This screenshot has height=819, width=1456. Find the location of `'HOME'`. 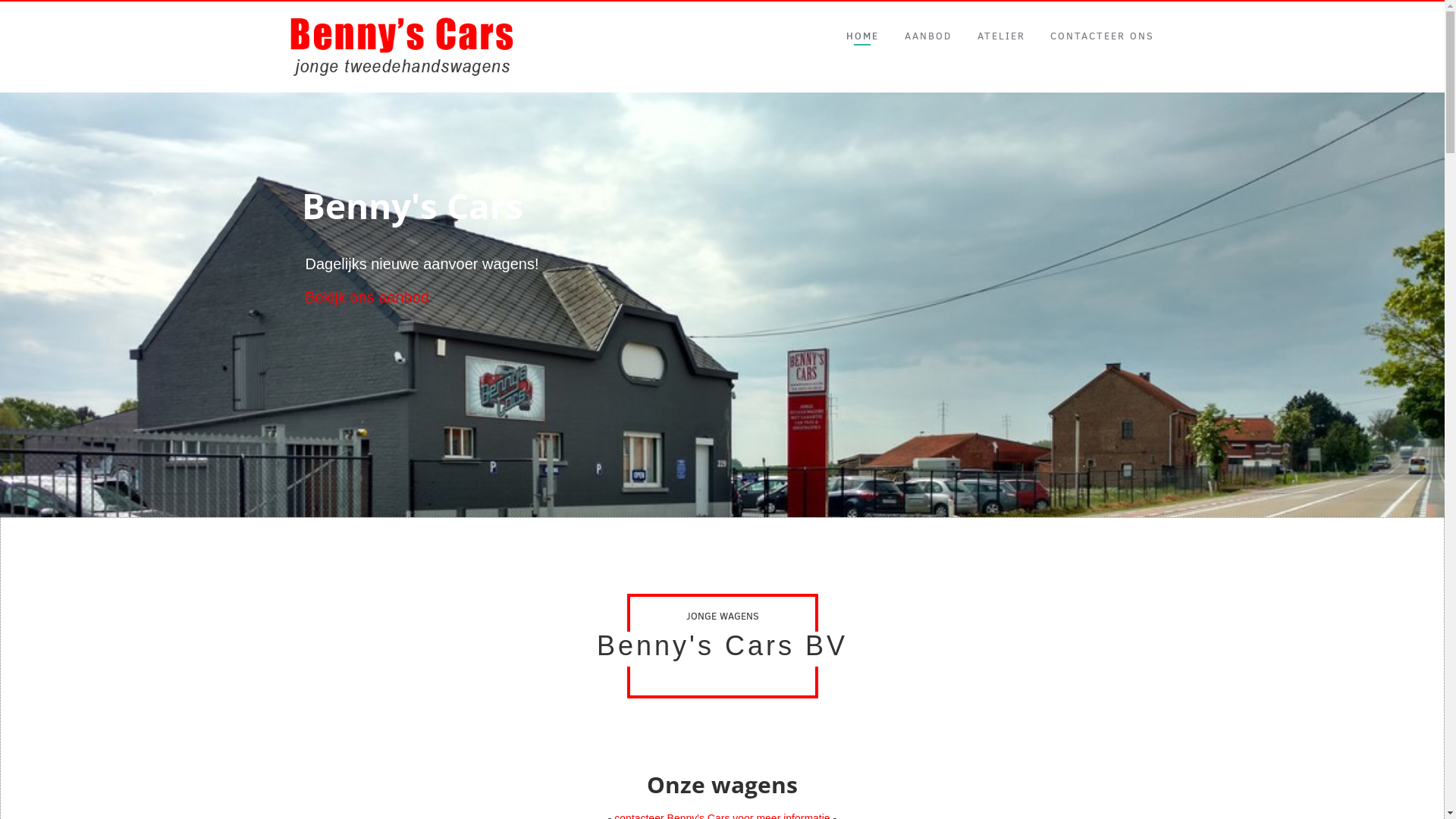

'HOME' is located at coordinates (862, 34).